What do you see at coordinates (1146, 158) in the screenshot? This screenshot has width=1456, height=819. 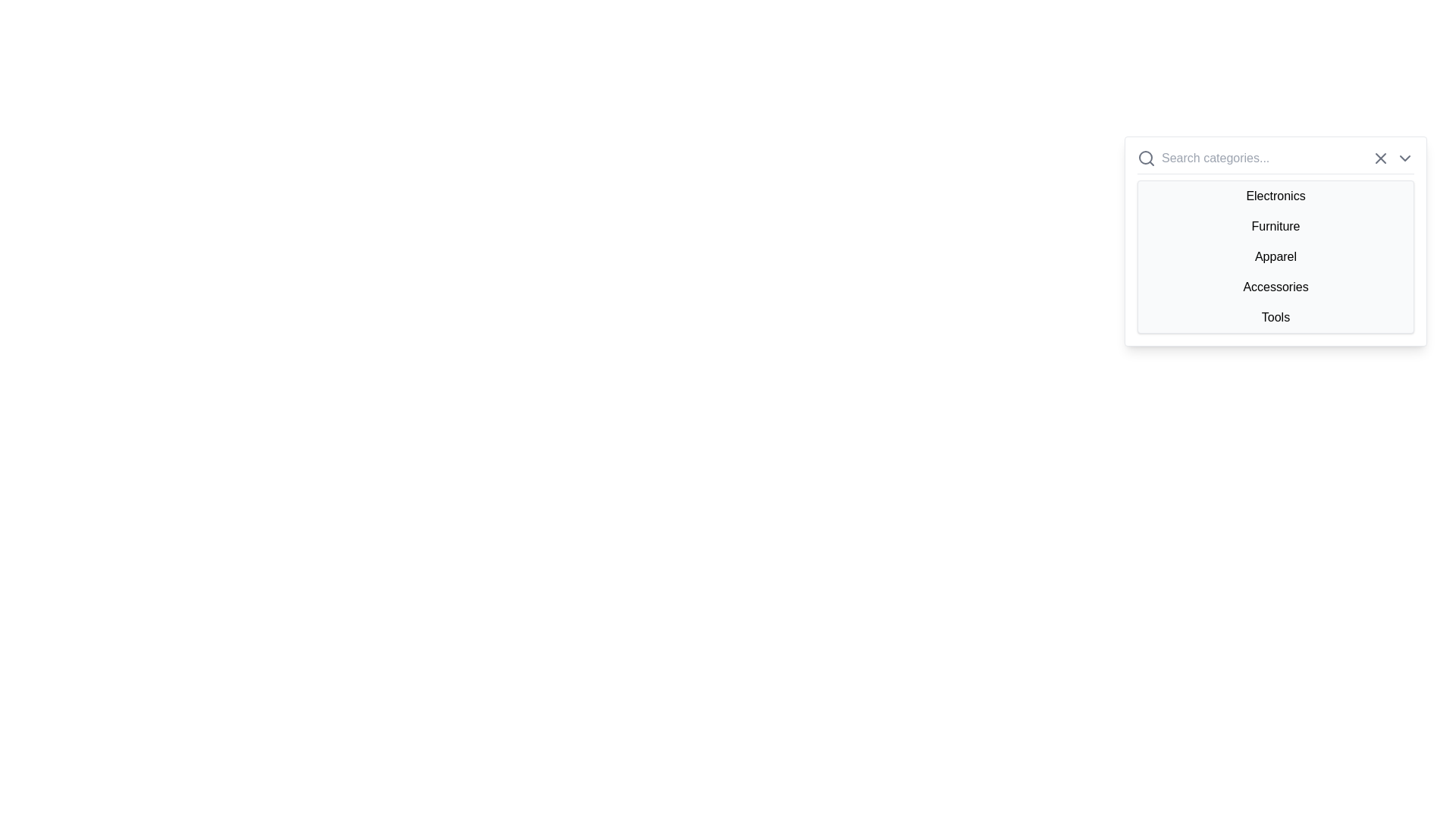 I see `the circular search icon located on the left-hand side of the header for the category dropdown menu` at bounding box center [1146, 158].